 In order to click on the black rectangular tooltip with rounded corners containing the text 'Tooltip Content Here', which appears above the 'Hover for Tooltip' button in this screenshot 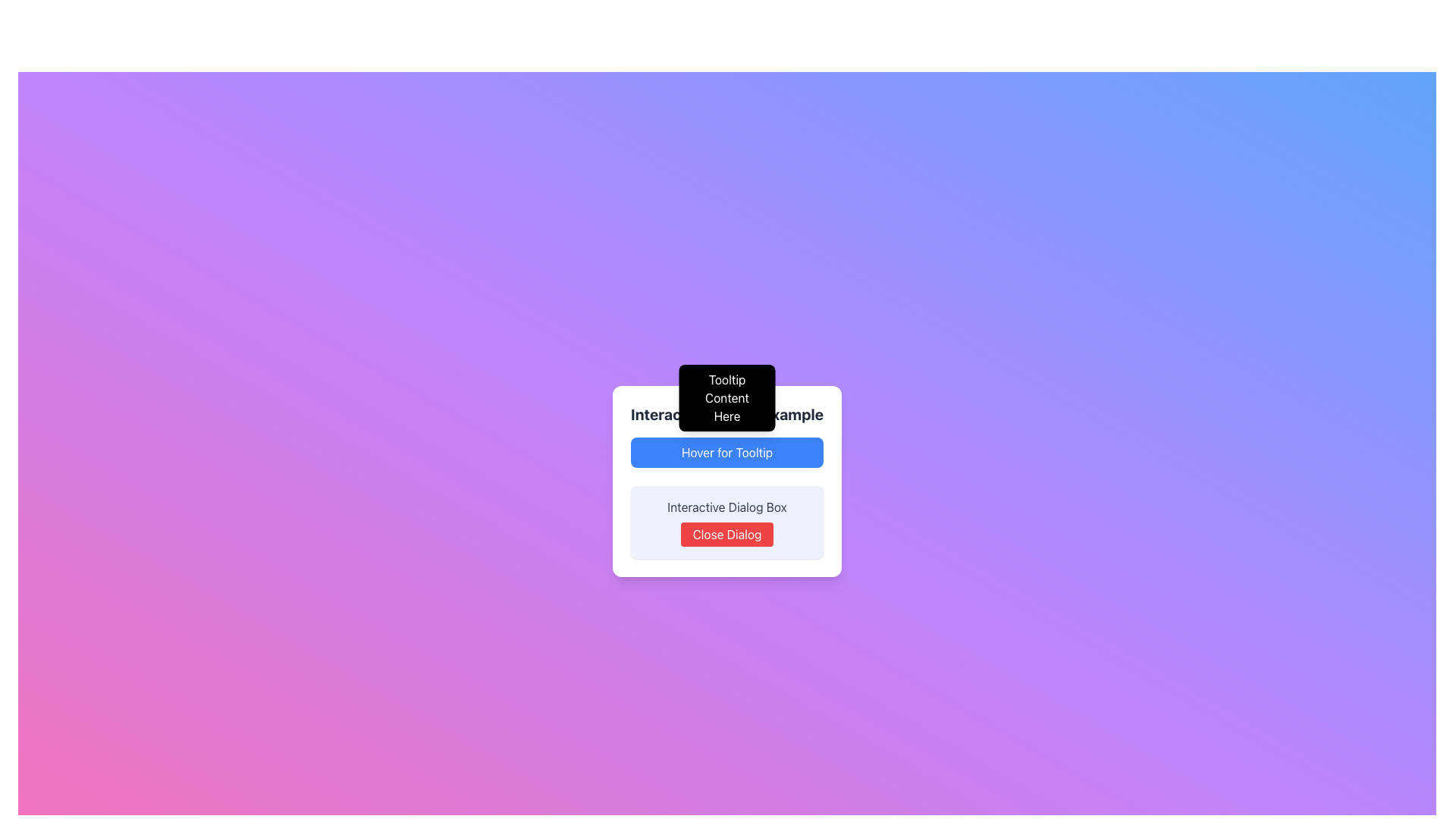, I will do `click(726, 397)`.